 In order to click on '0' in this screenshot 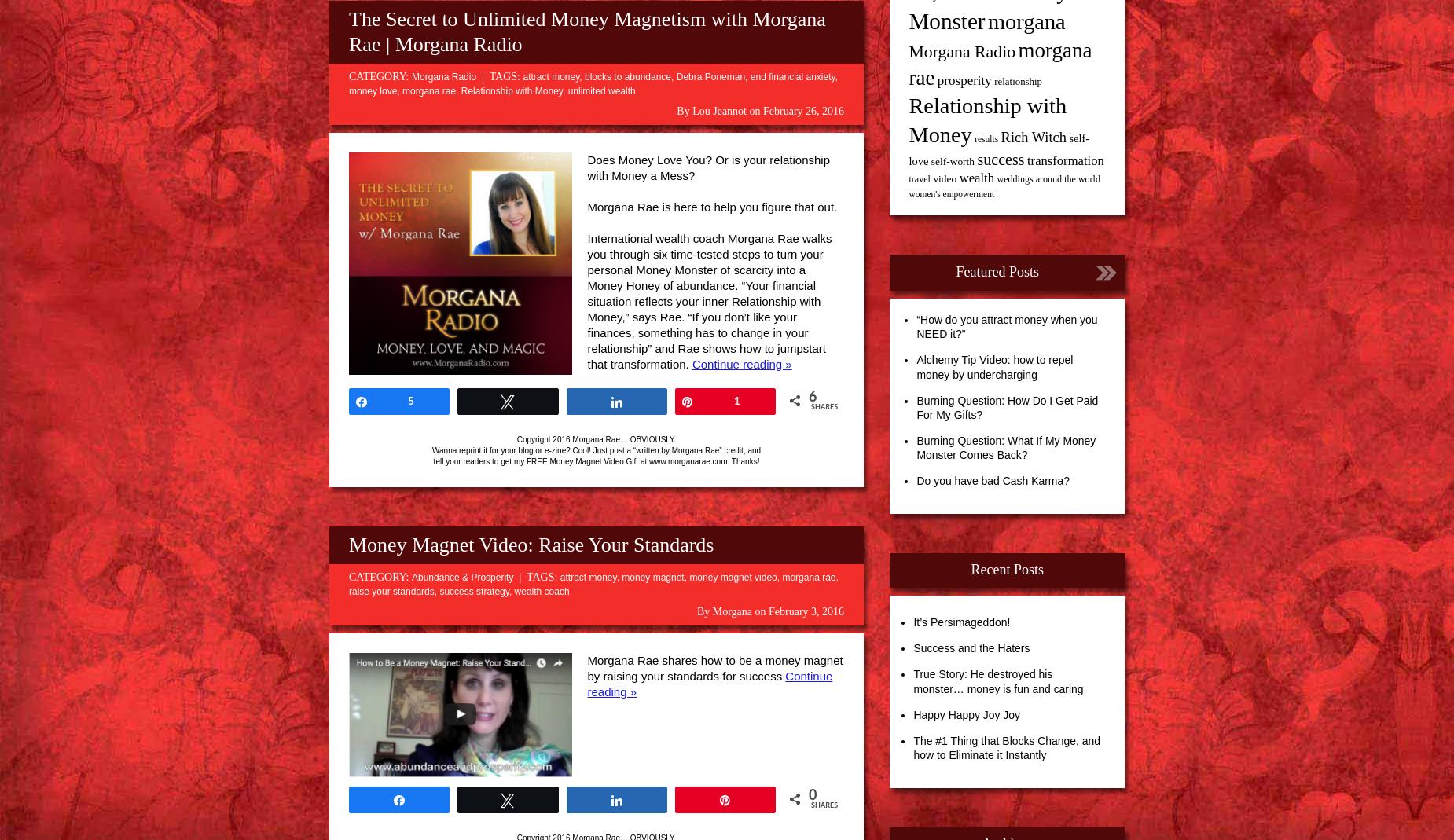, I will do `click(807, 795)`.